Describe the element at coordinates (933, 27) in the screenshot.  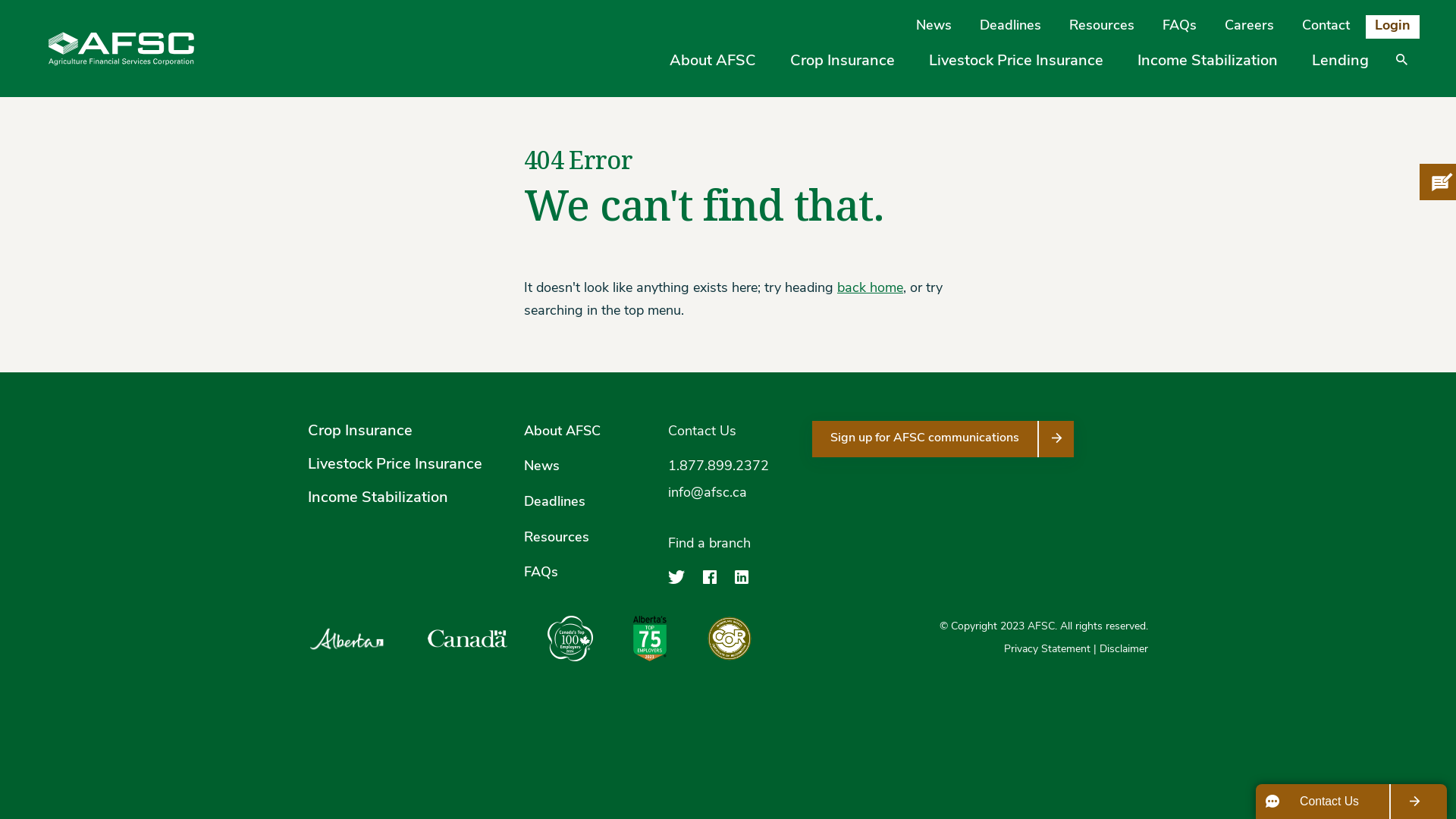
I see `'News'` at that location.